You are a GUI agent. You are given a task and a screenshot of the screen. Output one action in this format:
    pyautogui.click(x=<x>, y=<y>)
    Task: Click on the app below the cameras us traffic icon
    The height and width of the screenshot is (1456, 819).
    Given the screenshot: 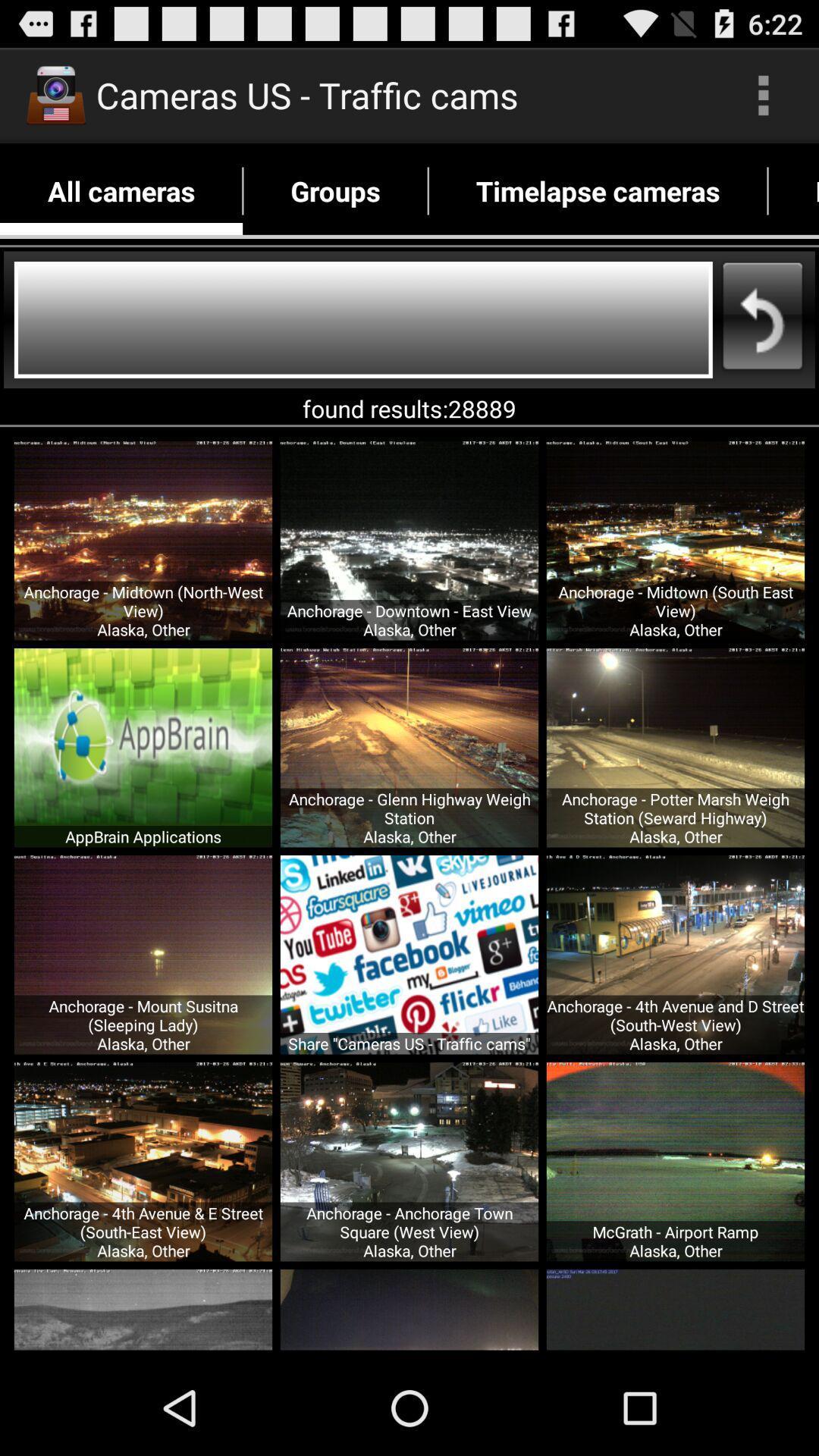 What is the action you would take?
    pyautogui.click(x=334, y=190)
    